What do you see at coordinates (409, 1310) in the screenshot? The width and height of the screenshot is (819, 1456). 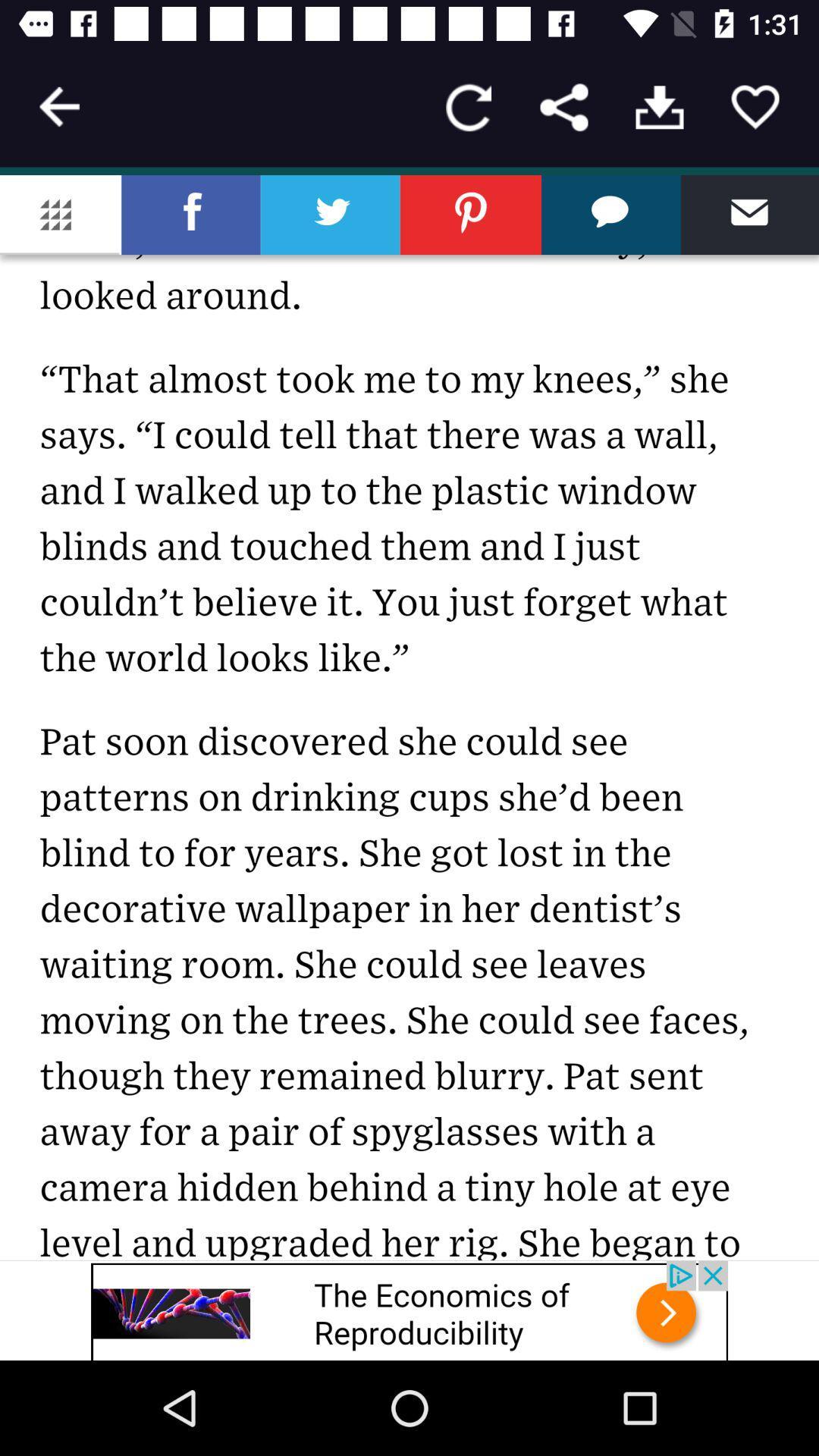 I see `advertisement` at bounding box center [409, 1310].